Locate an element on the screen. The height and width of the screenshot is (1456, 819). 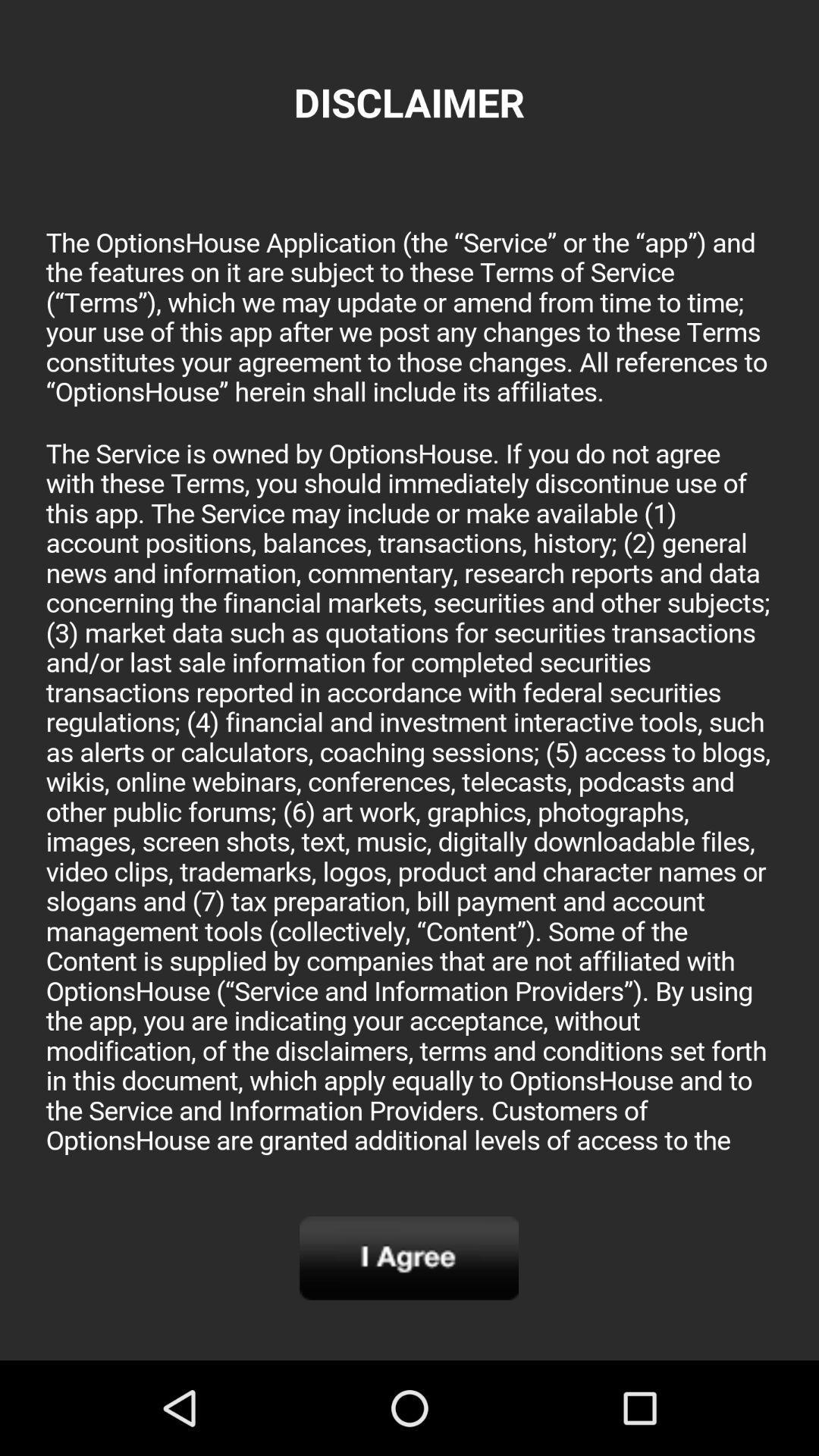
disclaimer is located at coordinates (409, 685).